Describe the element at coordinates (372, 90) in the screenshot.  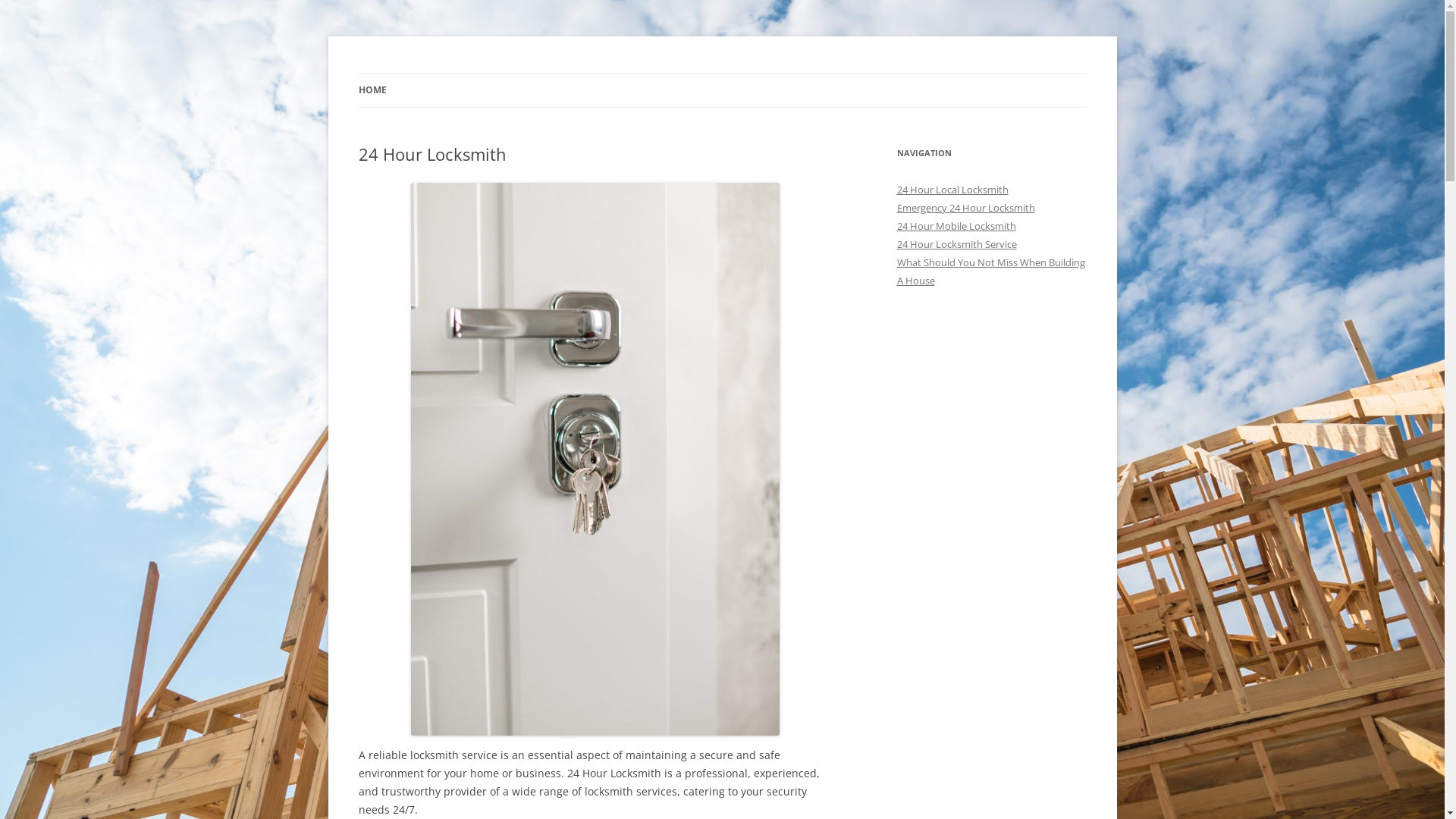
I see `'HOME'` at that location.